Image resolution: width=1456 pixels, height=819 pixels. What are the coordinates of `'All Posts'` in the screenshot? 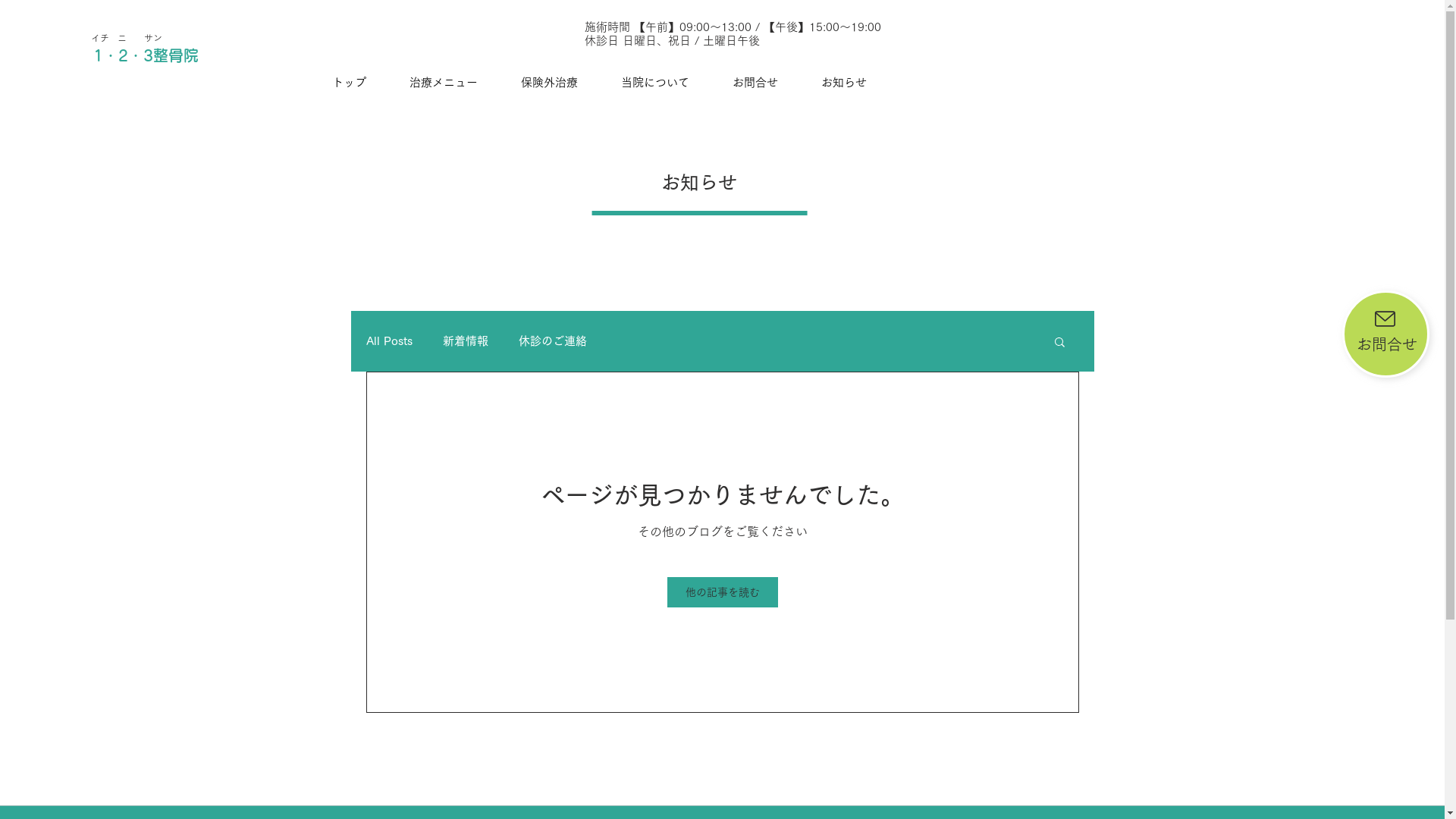 It's located at (388, 341).